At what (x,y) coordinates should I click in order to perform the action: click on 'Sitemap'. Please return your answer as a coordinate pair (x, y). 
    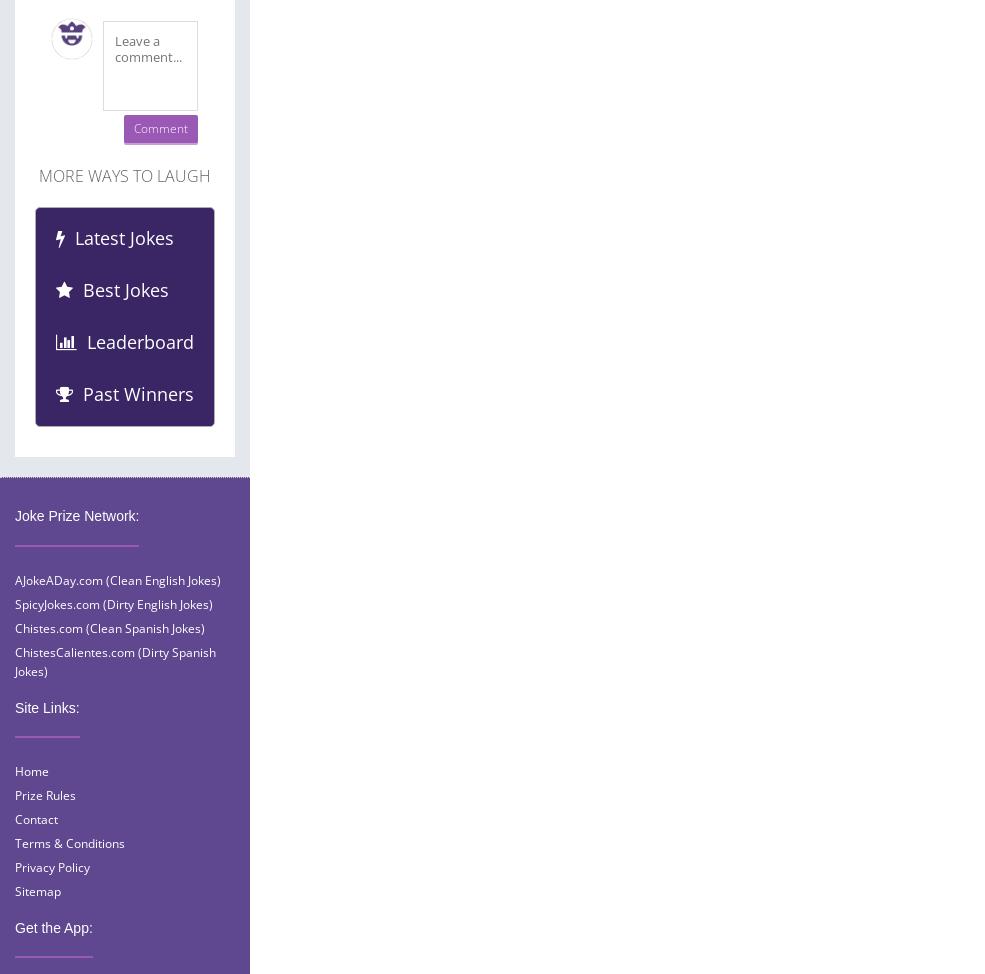
    Looking at the image, I should click on (37, 891).